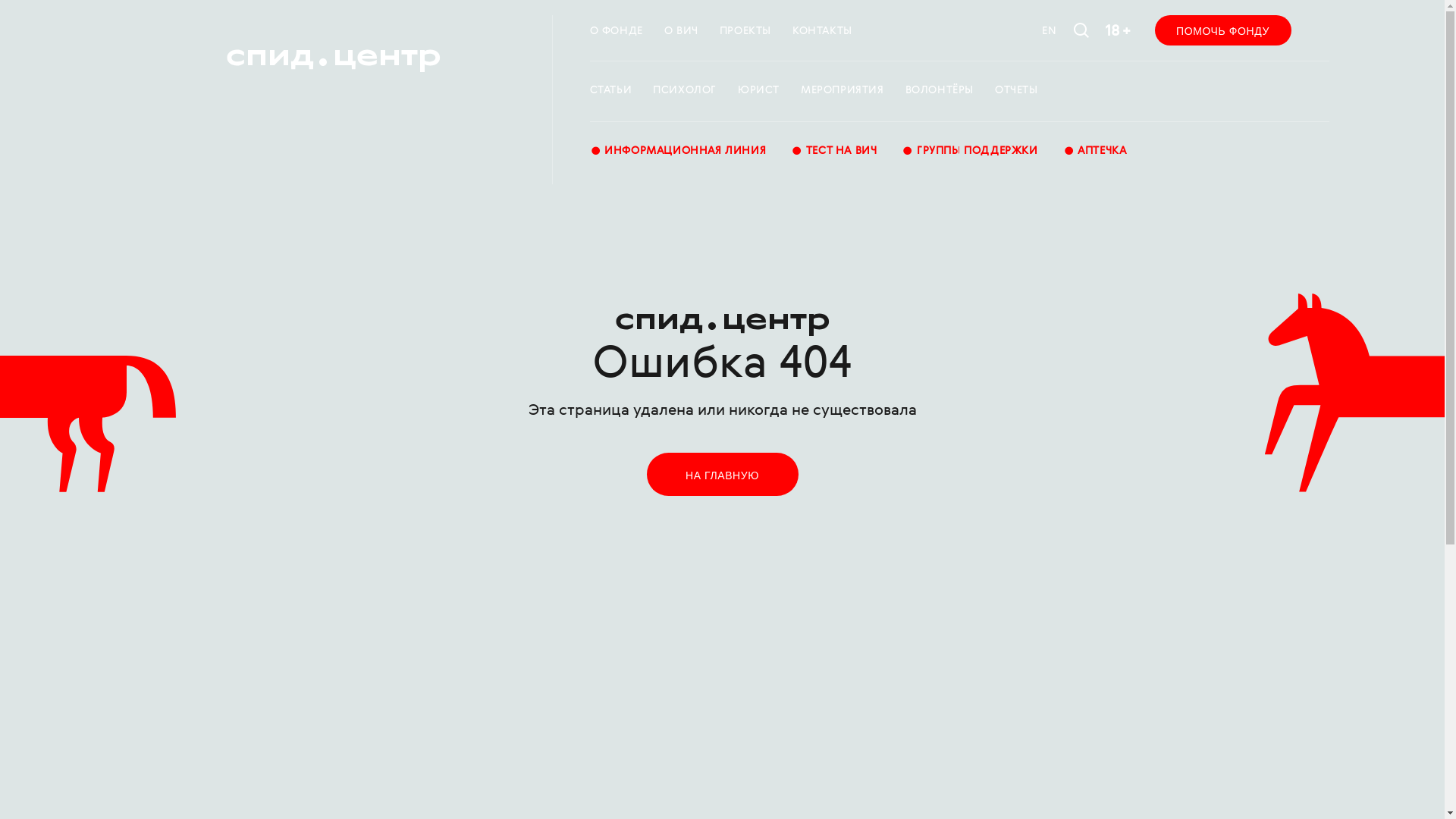 Image resolution: width=1456 pixels, height=819 pixels. I want to click on 'EN', so click(1048, 31).